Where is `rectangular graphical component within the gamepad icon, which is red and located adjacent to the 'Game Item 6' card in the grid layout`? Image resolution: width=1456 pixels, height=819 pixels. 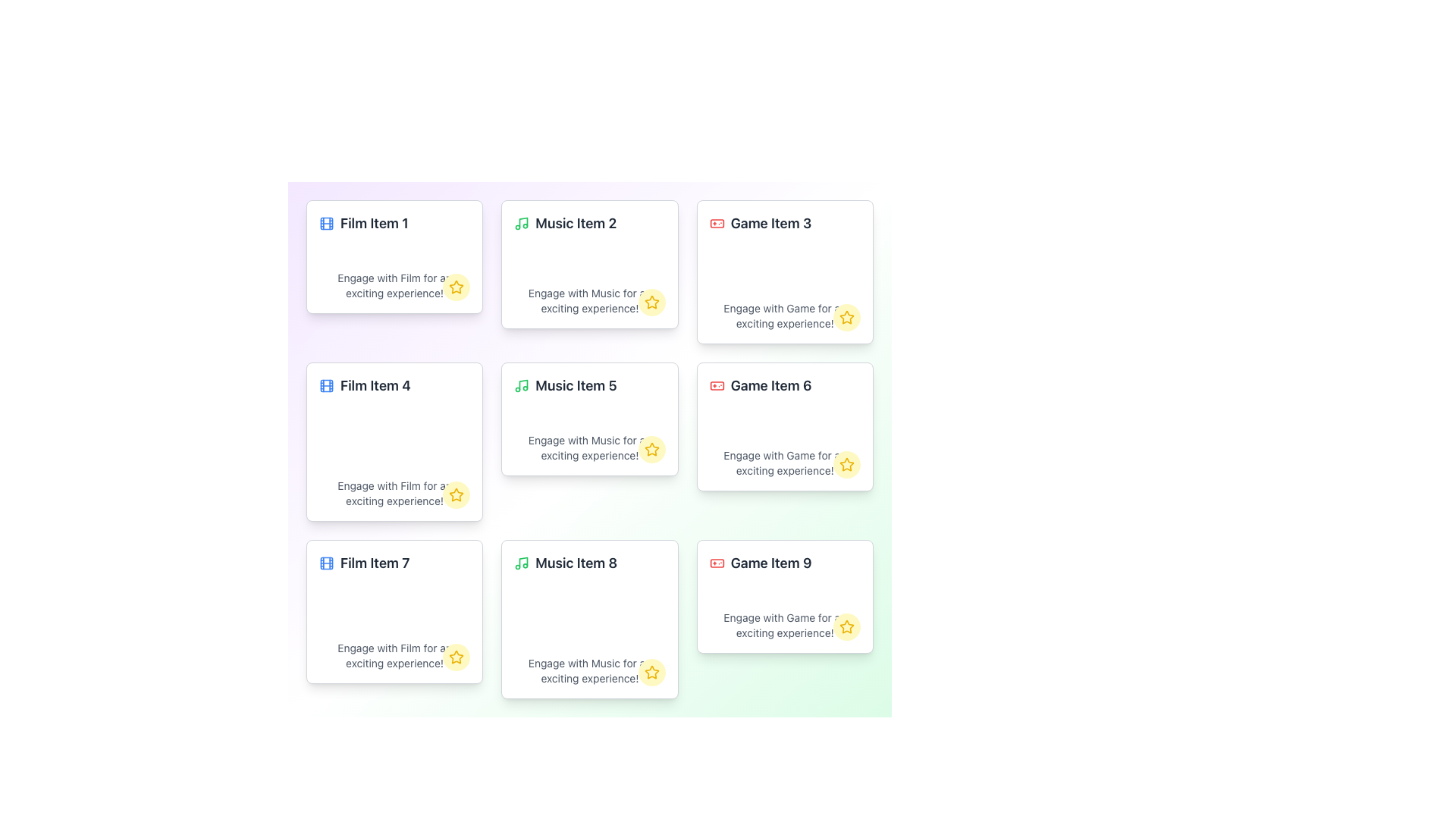 rectangular graphical component within the gamepad icon, which is red and located adjacent to the 'Game Item 6' card in the grid layout is located at coordinates (716, 385).